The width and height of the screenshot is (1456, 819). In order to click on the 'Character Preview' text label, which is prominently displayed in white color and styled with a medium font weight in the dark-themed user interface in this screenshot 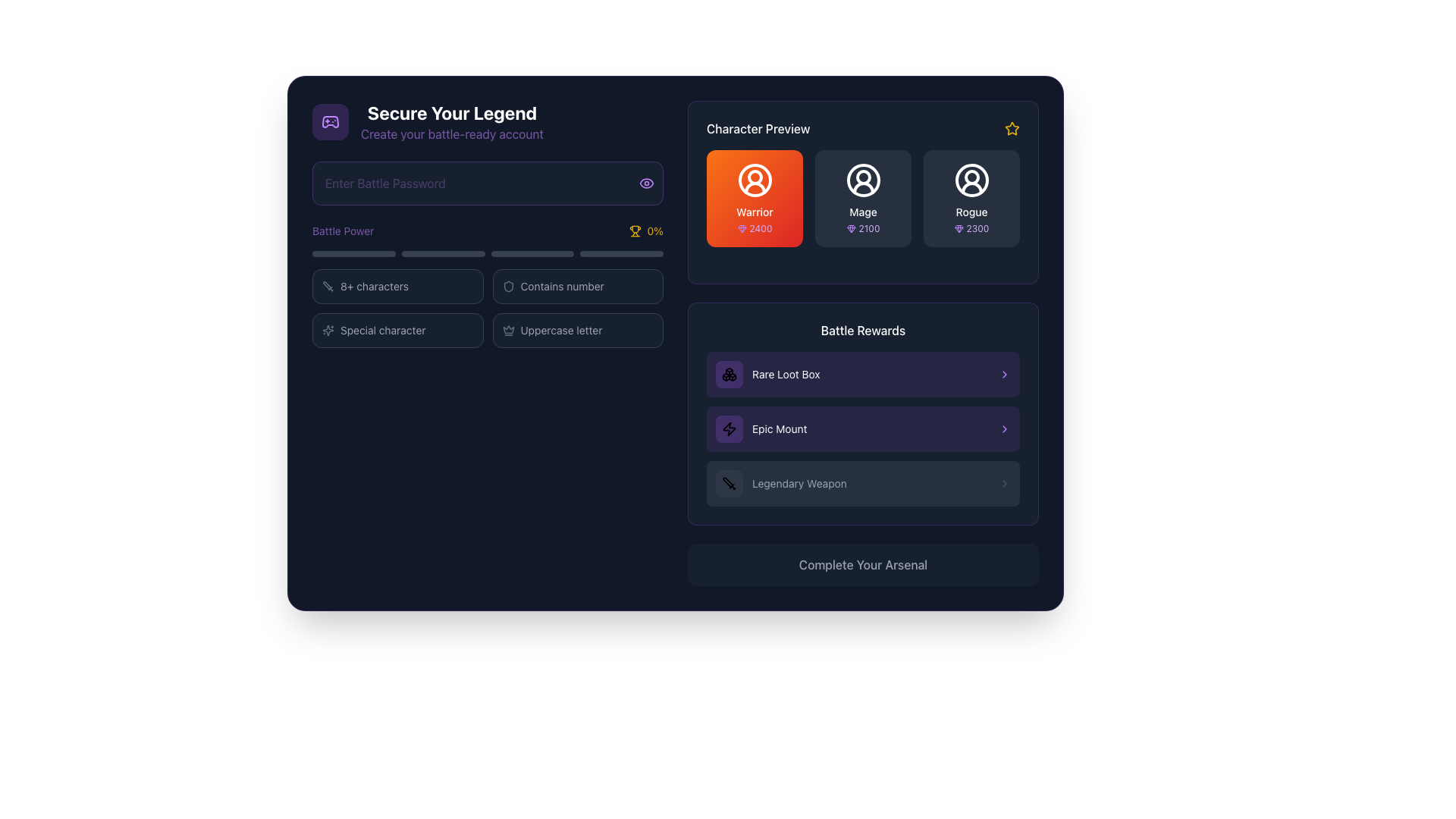, I will do `click(758, 127)`.